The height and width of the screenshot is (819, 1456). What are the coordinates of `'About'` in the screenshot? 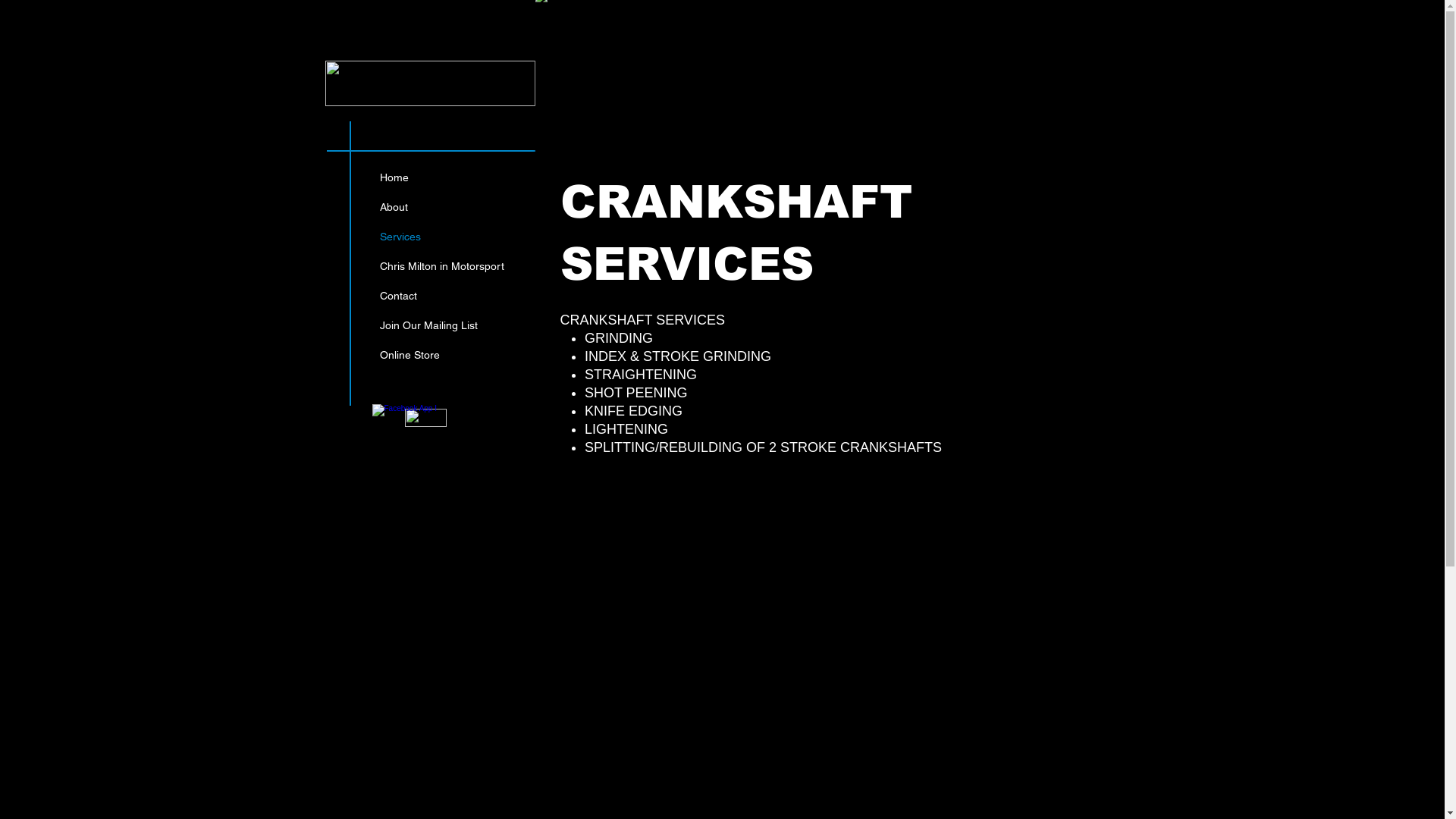 It's located at (371, 207).